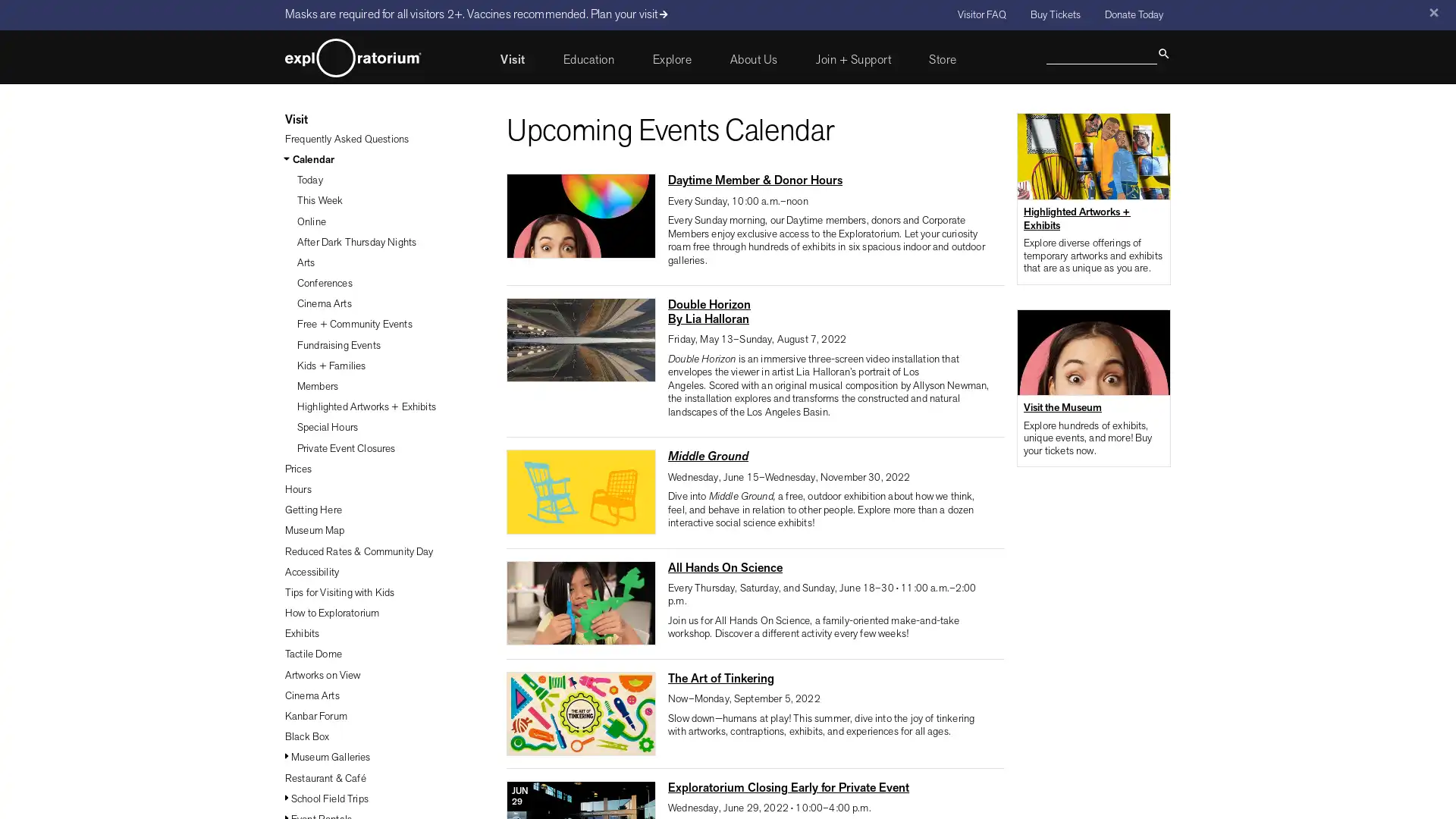 This screenshot has width=1456, height=819. What do you see at coordinates (1163, 52) in the screenshot?
I see `submit` at bounding box center [1163, 52].